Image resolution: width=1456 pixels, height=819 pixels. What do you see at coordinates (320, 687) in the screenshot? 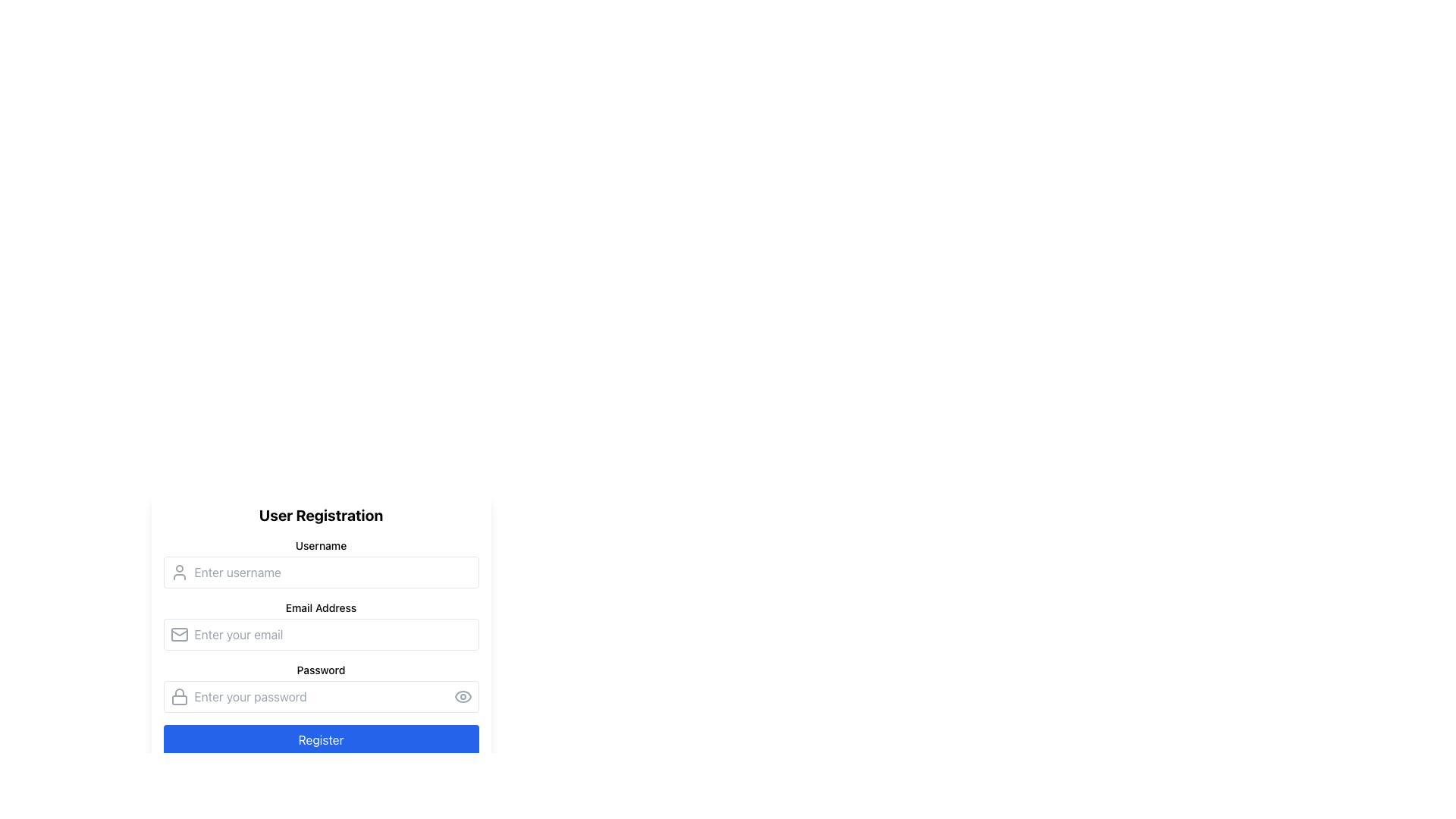
I see `the Password input field labeled 'Password' to focus` at bounding box center [320, 687].